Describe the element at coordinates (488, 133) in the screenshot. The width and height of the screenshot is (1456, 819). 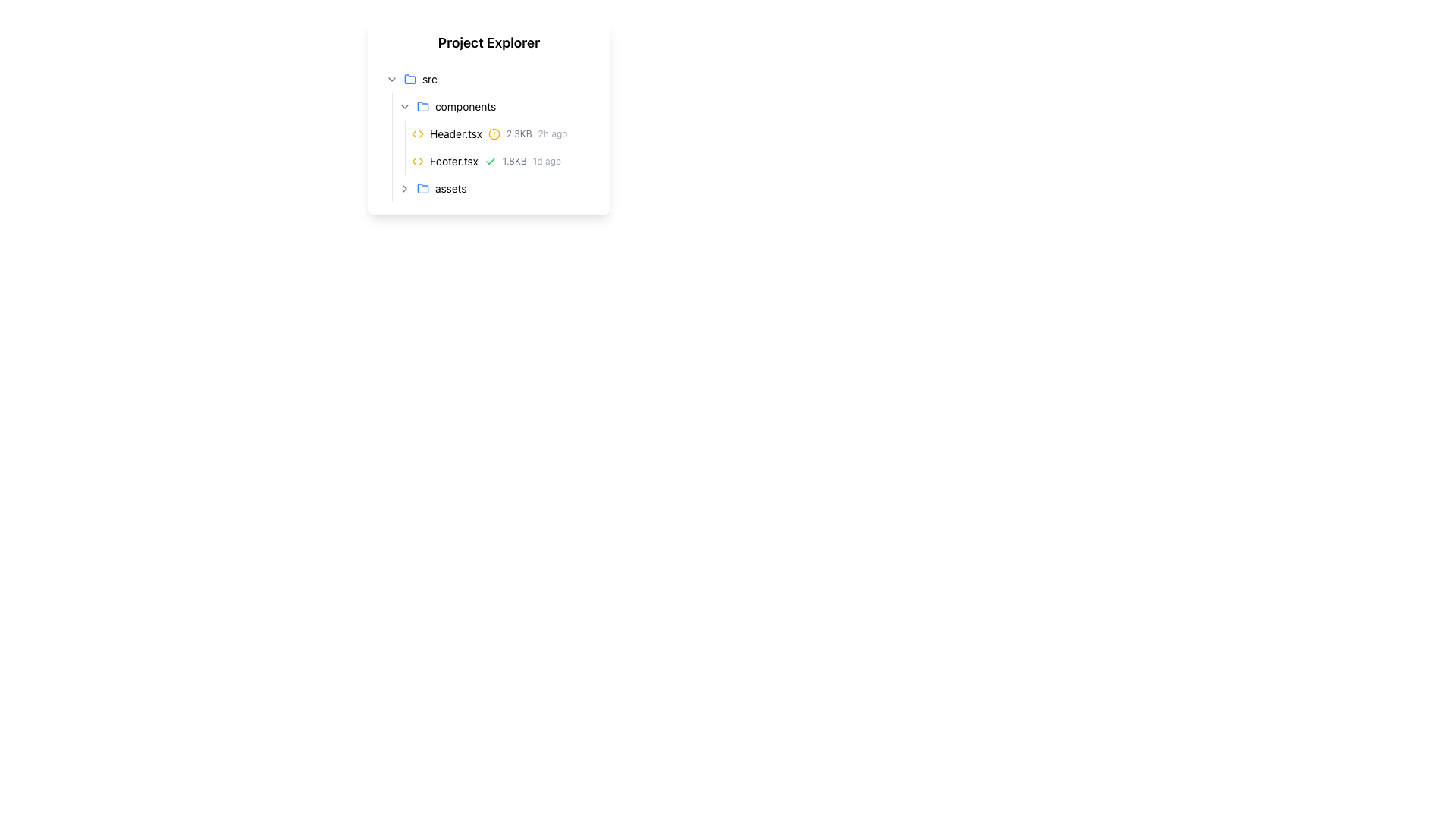
I see `the individual file or folder names in the vertical list or tree view located within the 'Project Explorer' section` at that location.